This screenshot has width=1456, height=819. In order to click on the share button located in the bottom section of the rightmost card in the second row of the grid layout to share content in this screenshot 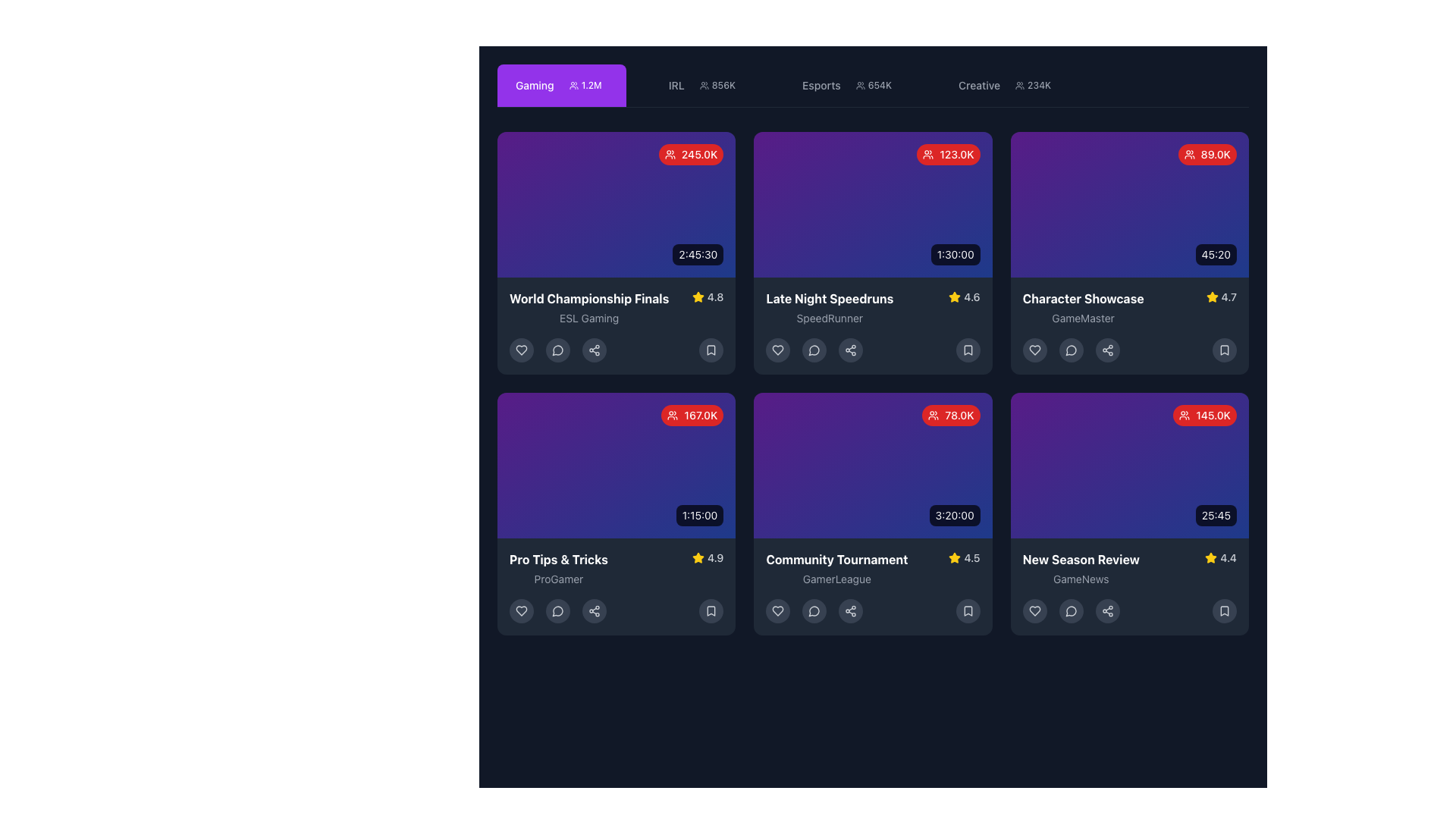, I will do `click(1107, 610)`.